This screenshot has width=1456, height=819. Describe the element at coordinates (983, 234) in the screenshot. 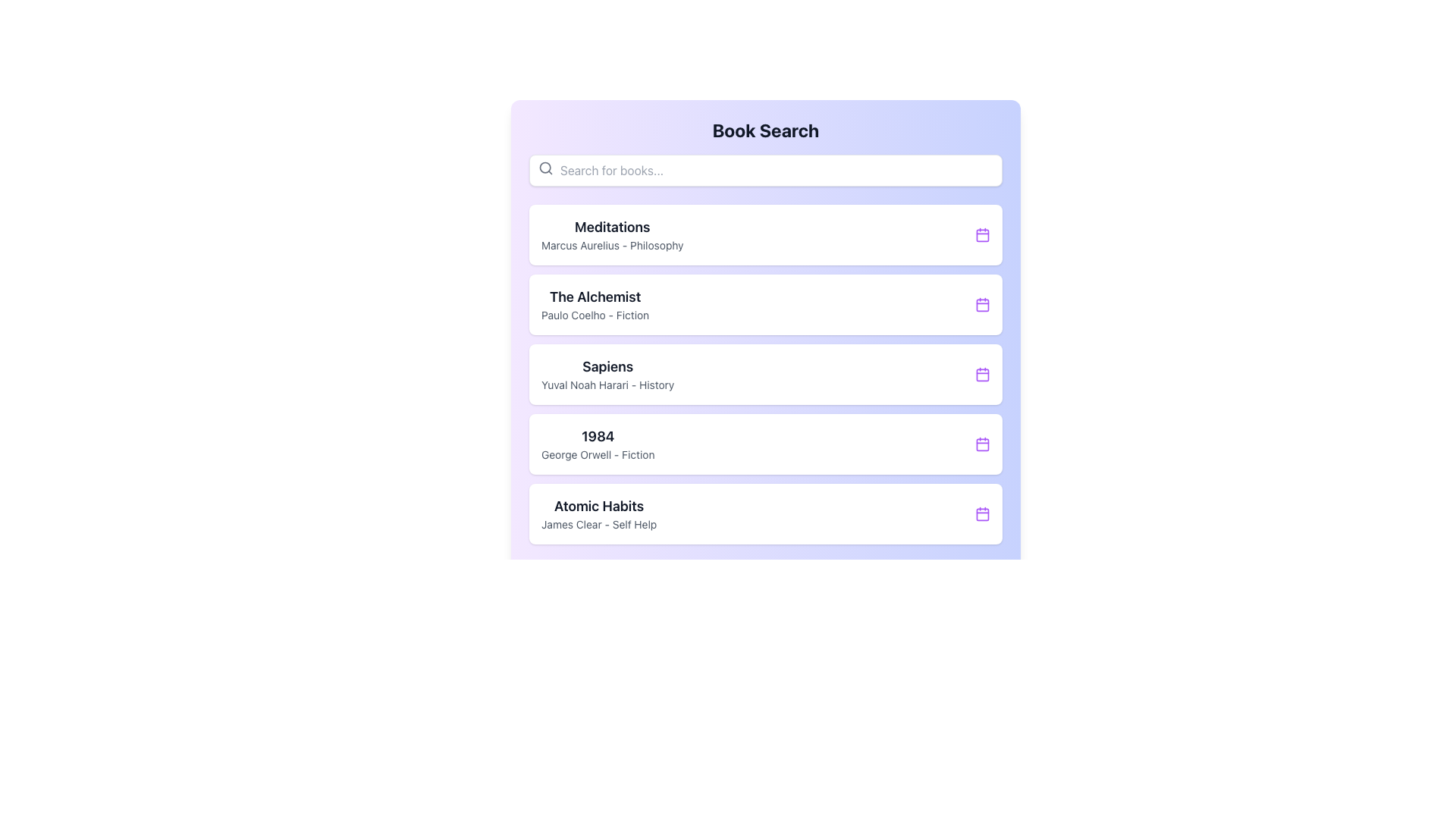

I see `the small rounded rectangle styled in a vivid icon-like manner, located within the calendar graphic and positioned to the right of the text 'Meditations'` at that location.